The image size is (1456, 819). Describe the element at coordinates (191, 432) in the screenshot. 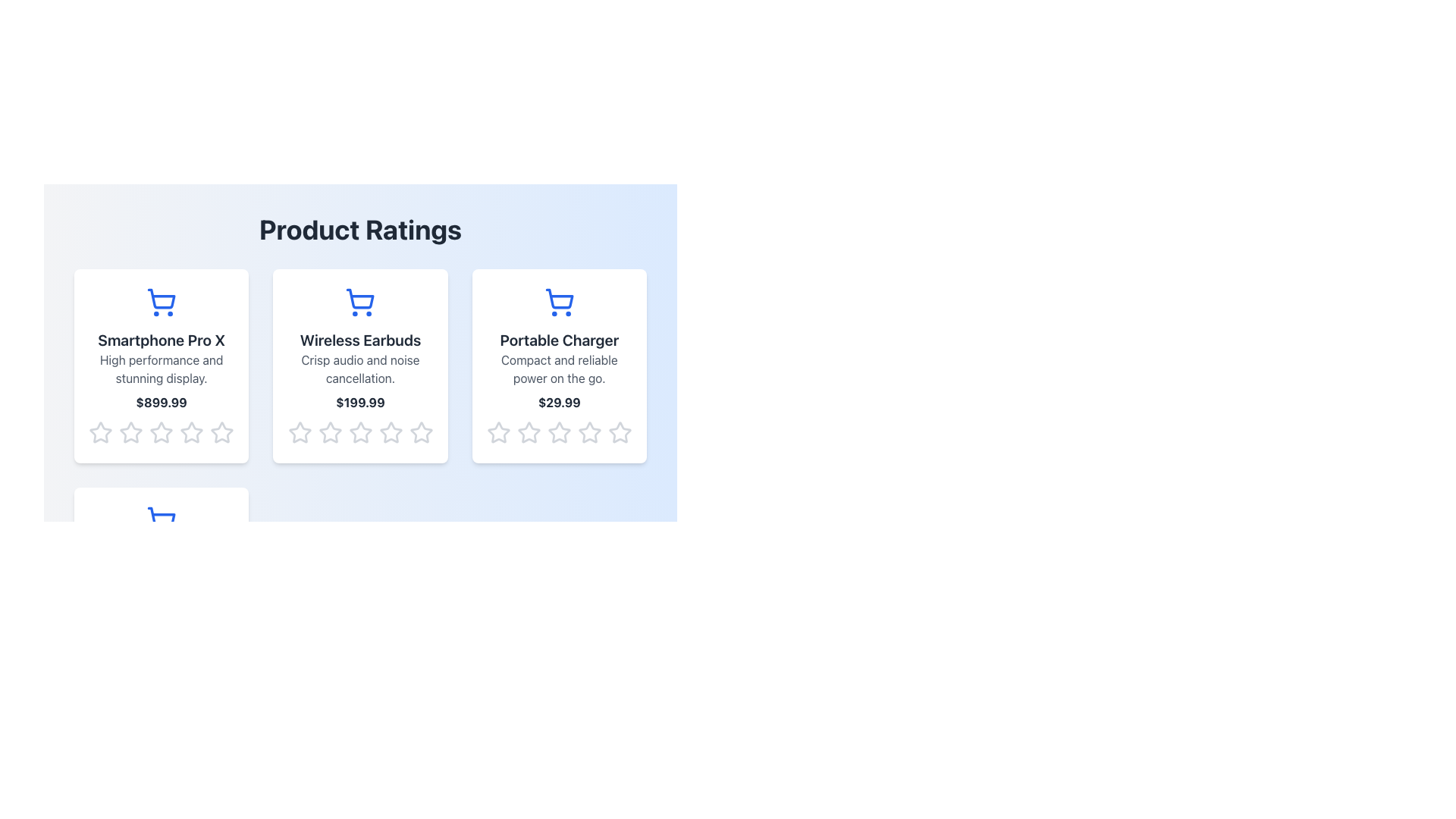

I see `the fourth star in the rating section of the 'Smartphone Pro X' product card to rate it` at that location.